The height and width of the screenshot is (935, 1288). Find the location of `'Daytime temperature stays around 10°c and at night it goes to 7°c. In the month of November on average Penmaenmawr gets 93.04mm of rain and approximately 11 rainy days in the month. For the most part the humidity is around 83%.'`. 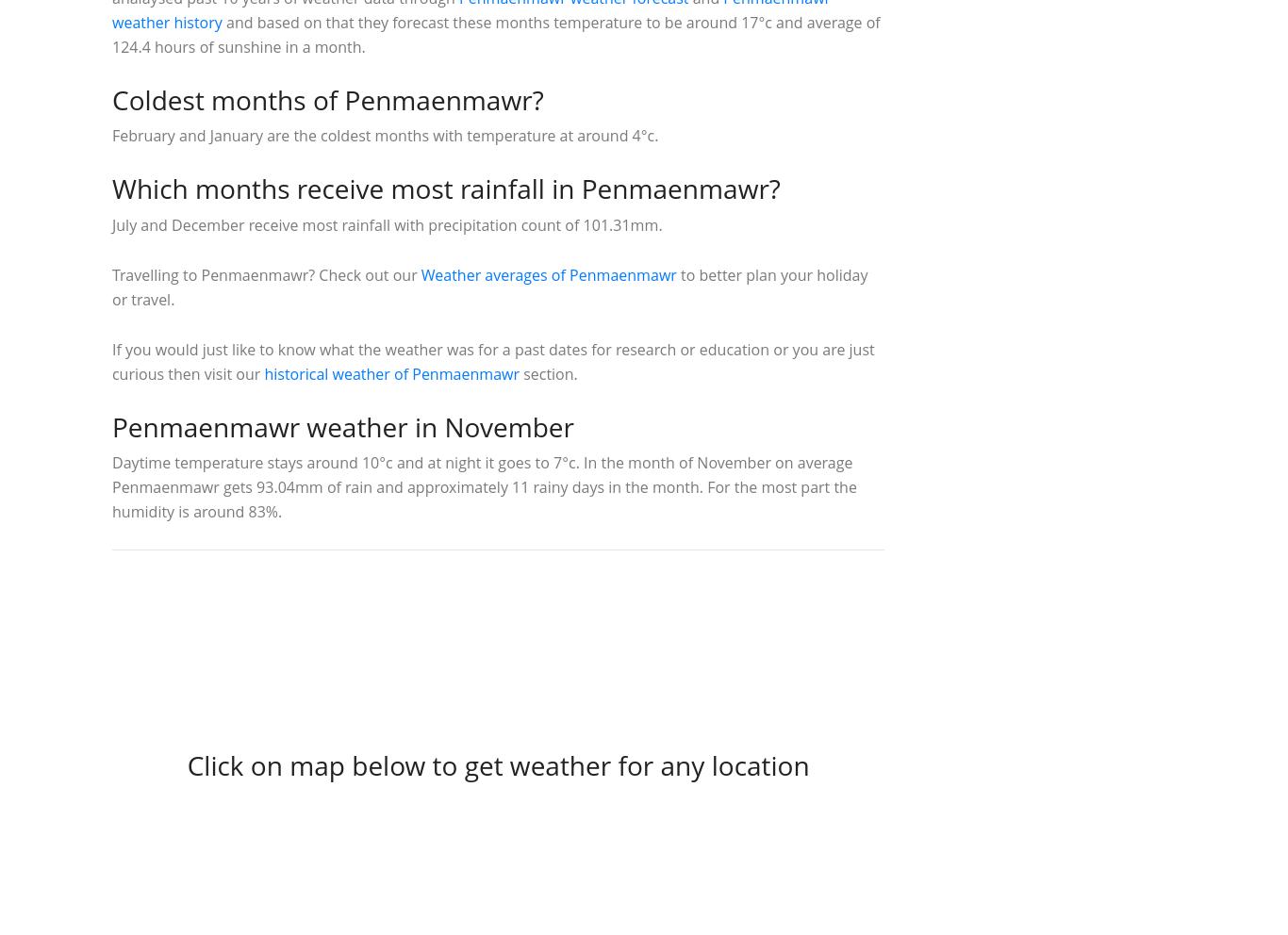

'Daytime temperature stays around 10°c and at night it goes to 7°c. In the month of November on average Penmaenmawr gets 93.04mm of rain and approximately 11 rainy days in the month. For the most part the humidity is around 83%.' is located at coordinates (484, 486).